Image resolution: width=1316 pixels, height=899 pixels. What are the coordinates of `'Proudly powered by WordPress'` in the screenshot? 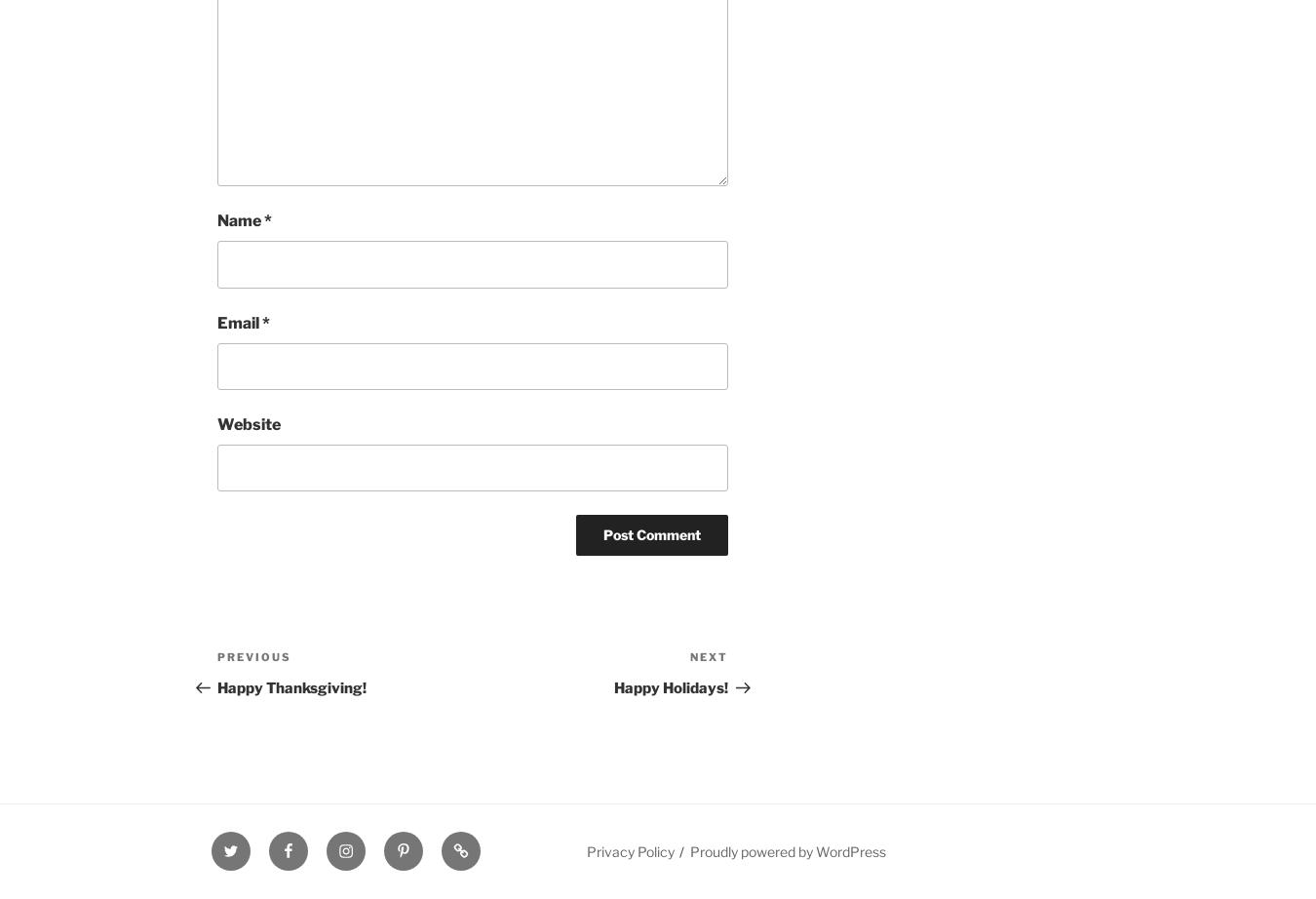 It's located at (788, 849).